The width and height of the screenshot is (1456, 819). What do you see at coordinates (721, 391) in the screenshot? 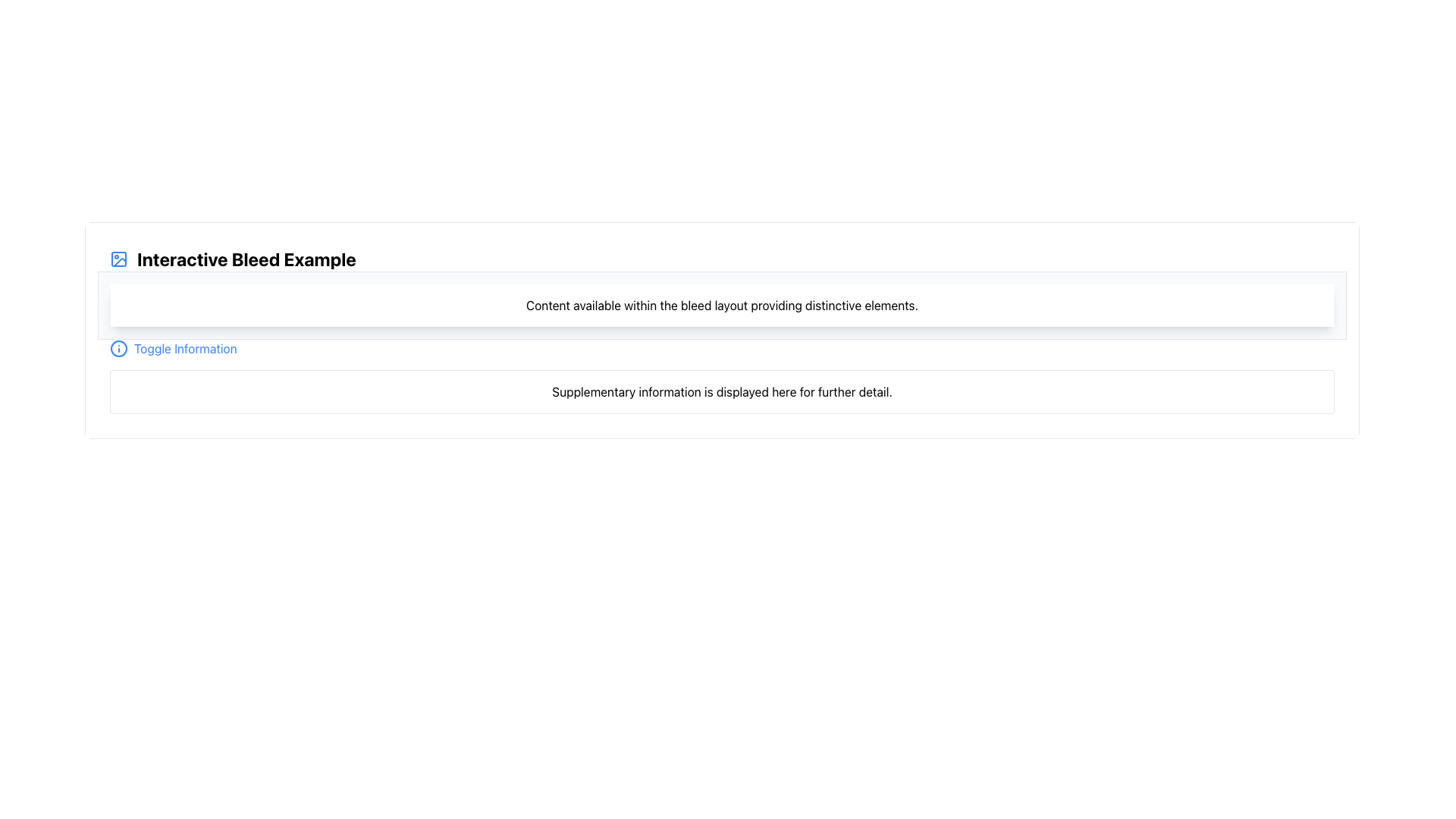
I see `text from the Text box that contains 'Supplementary information is displayed here for further detail.'` at bounding box center [721, 391].